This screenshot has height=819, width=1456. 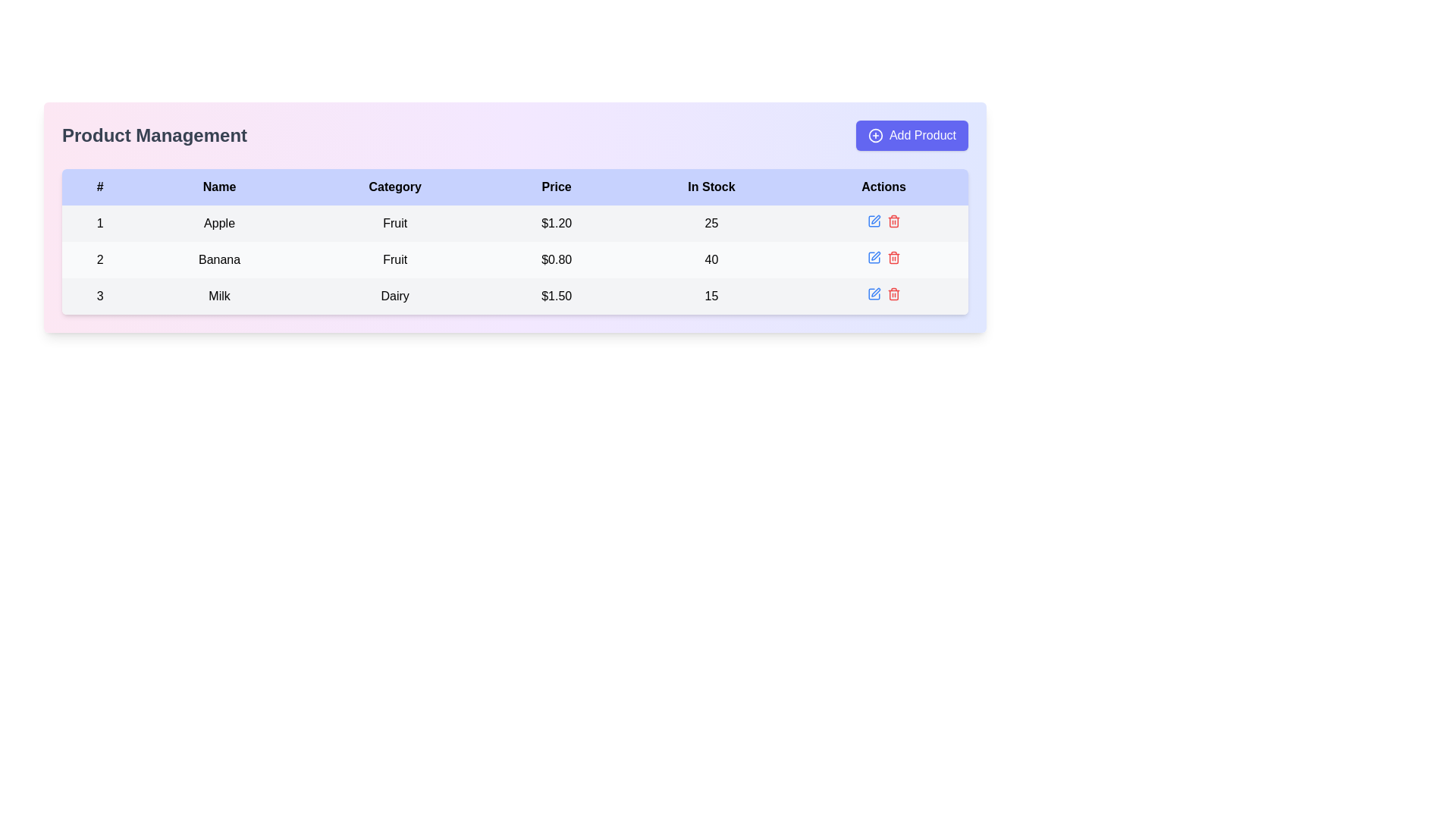 I want to click on the text label displaying 'Price' in bold, which is the fourth column header in a light blue header row of a table, so click(x=556, y=186).